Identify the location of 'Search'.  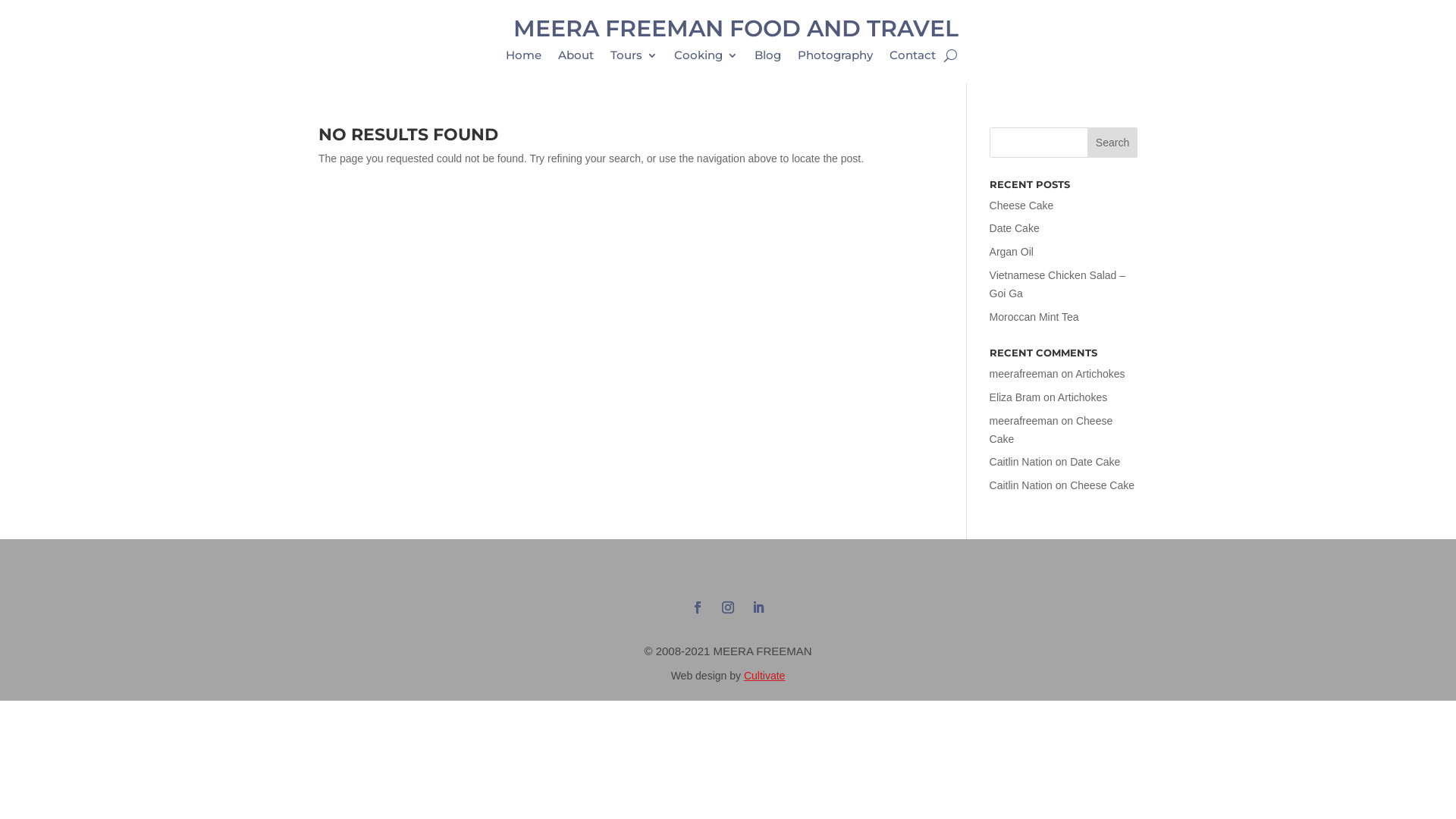
(1112, 143).